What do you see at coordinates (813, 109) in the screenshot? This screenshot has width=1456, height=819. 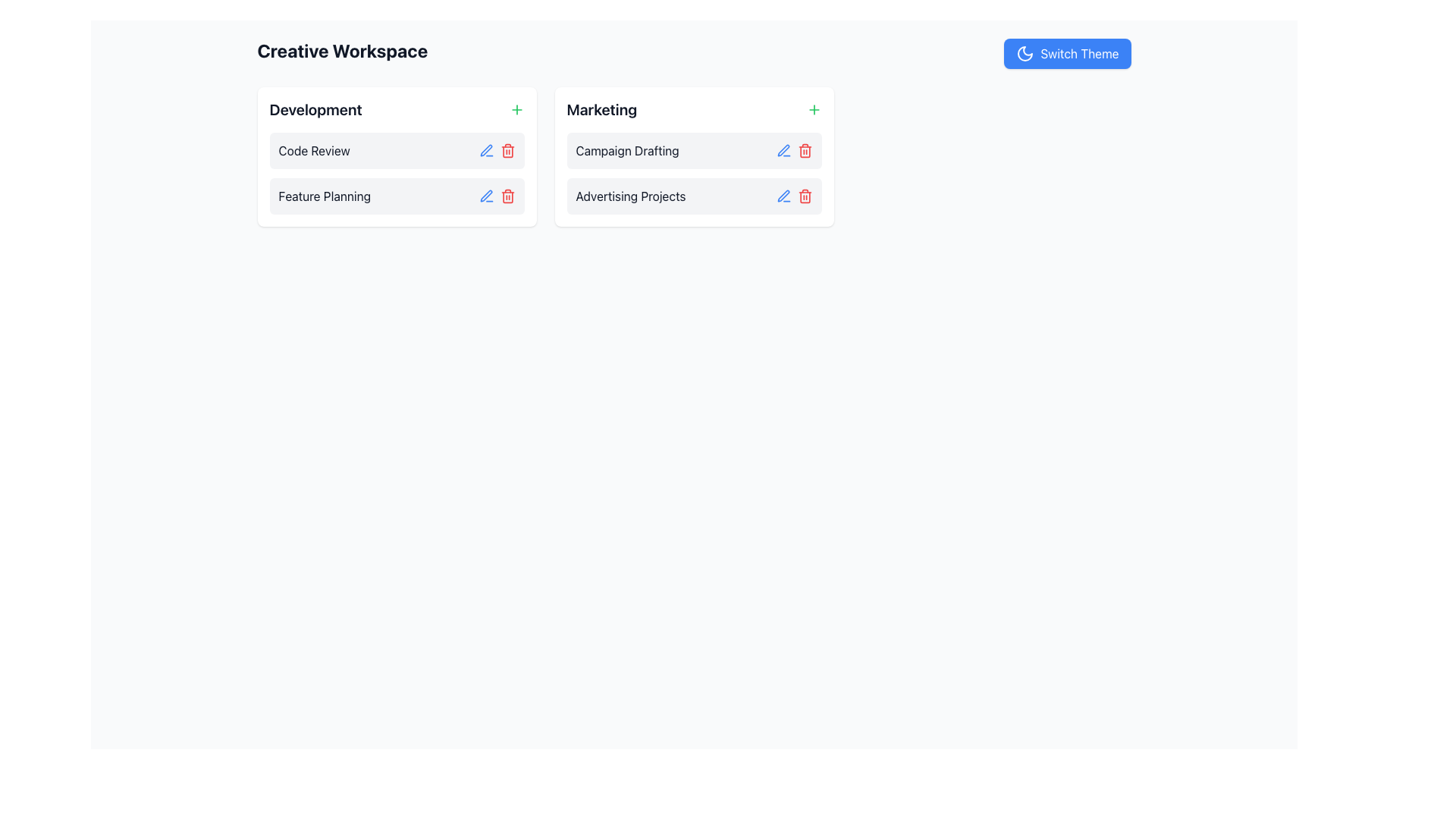 I see `the green plus sign button located at the top-right corner of the 'Marketing' section` at bounding box center [813, 109].